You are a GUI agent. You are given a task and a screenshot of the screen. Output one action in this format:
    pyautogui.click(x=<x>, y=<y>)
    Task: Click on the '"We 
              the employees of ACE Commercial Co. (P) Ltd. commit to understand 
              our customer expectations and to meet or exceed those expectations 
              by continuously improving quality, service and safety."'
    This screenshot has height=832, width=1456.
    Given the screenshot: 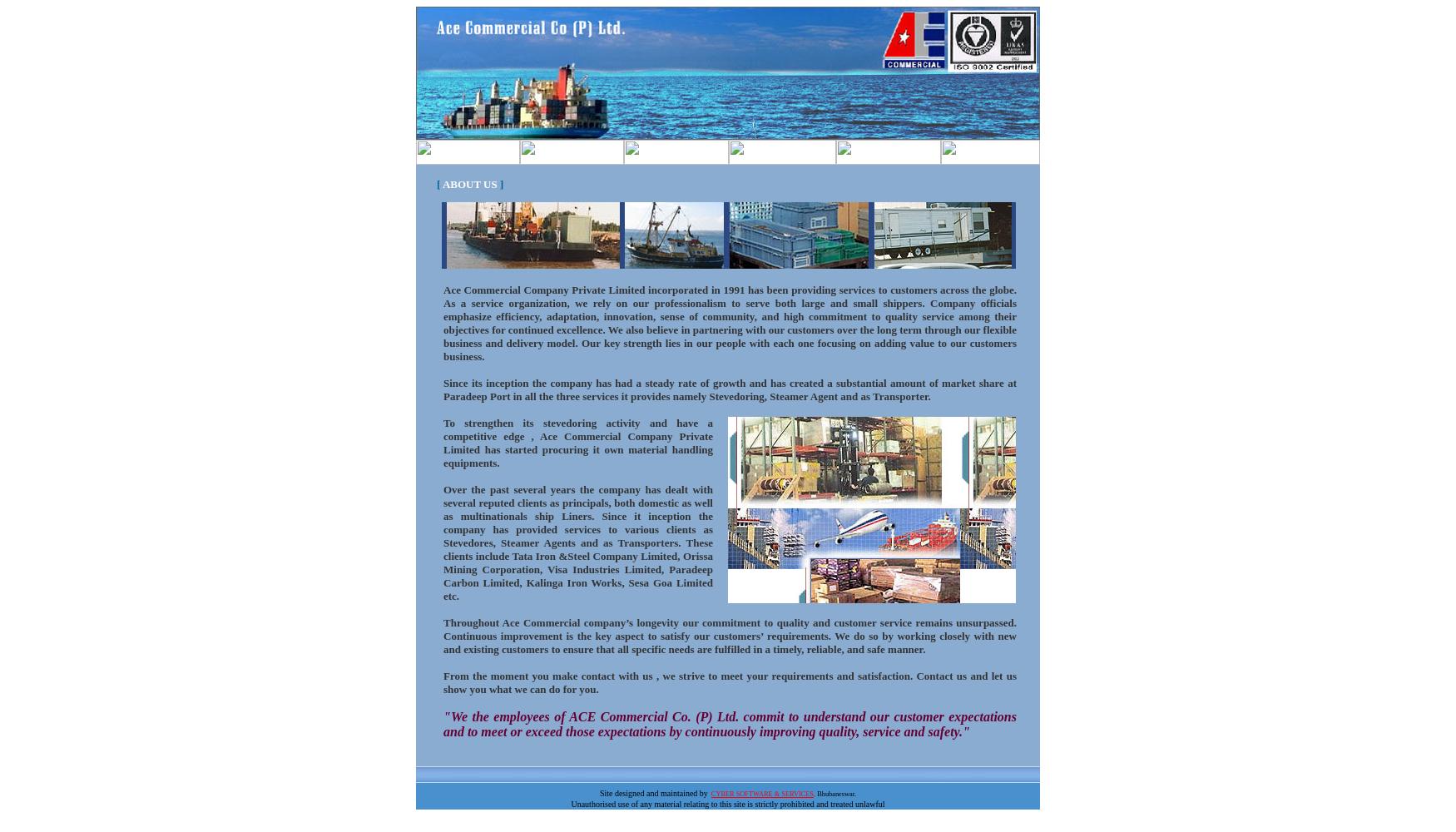 What is the action you would take?
    pyautogui.click(x=729, y=723)
    